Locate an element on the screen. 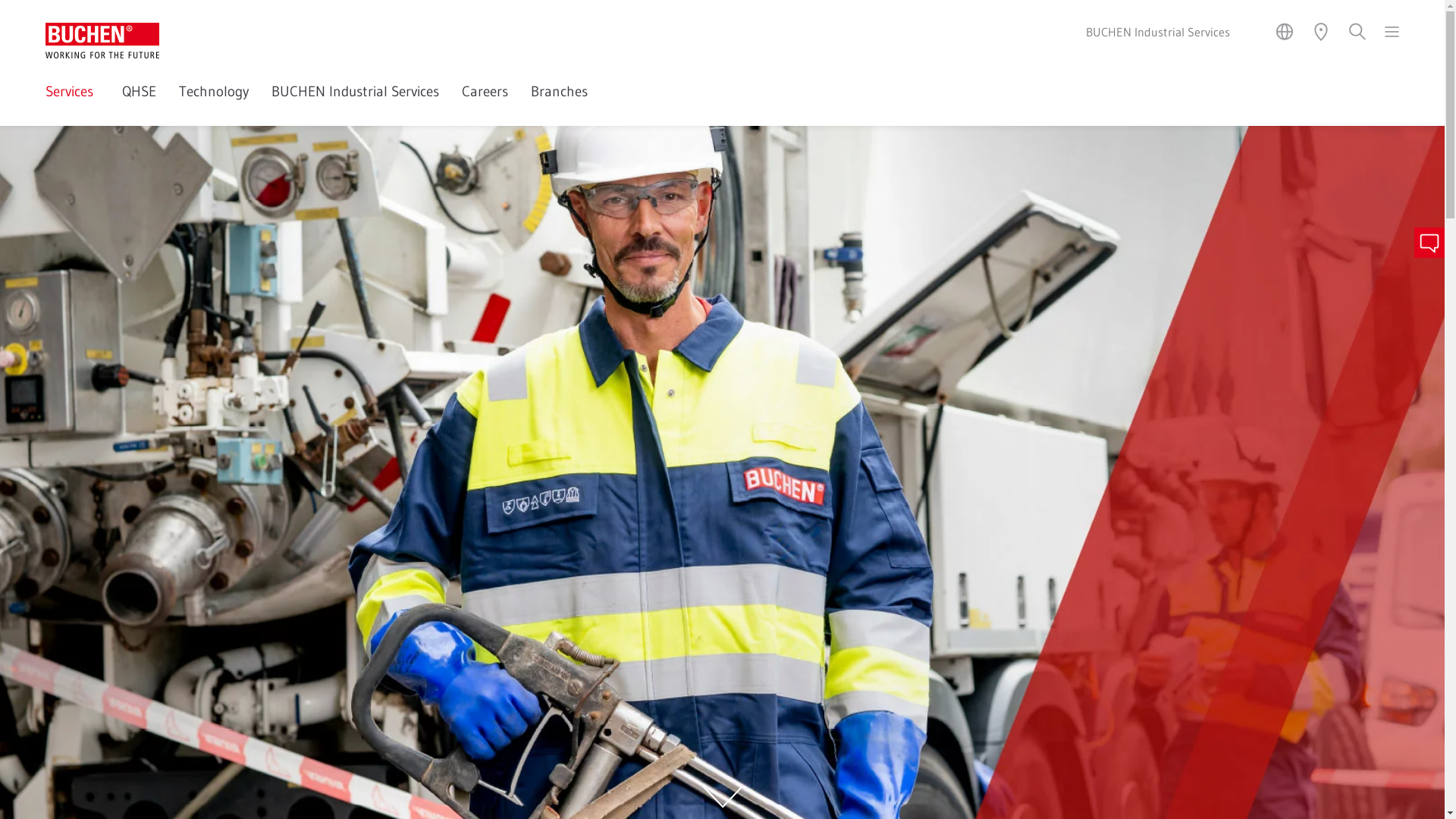 This screenshot has height=819, width=1456. 'Technology' is located at coordinates (213, 102).